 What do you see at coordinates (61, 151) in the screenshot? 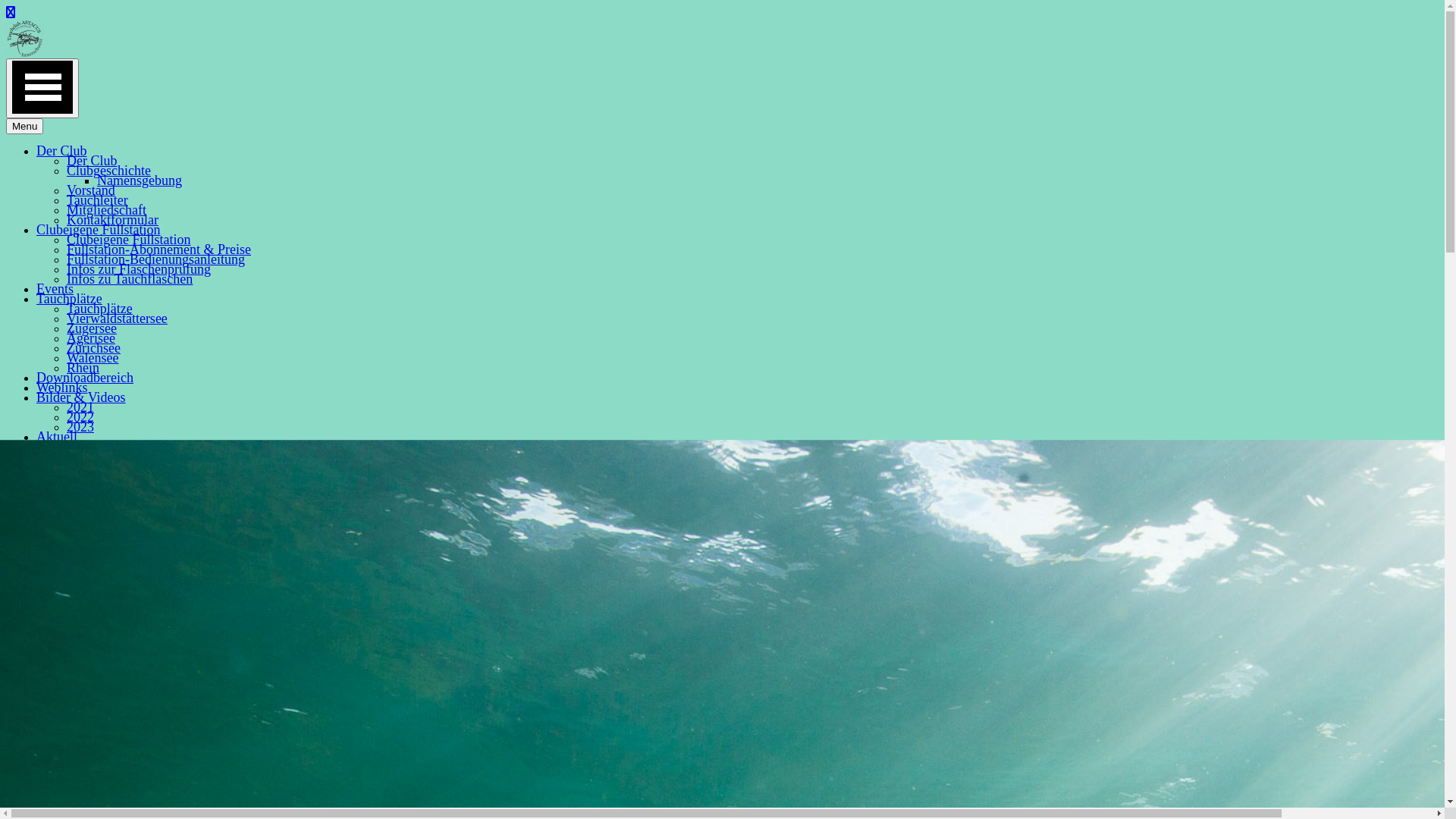
I see `'Der Club'` at bounding box center [61, 151].